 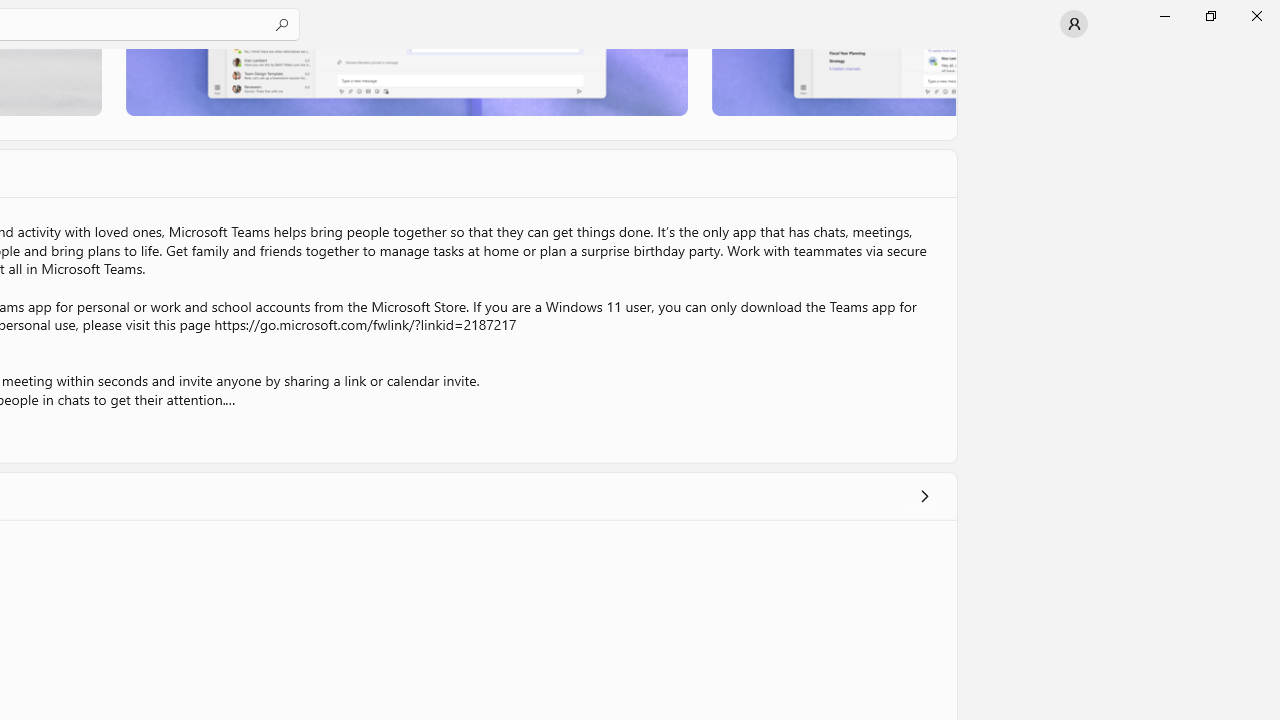 I want to click on 'Show all ratings and reviews', so click(x=923, y=495).